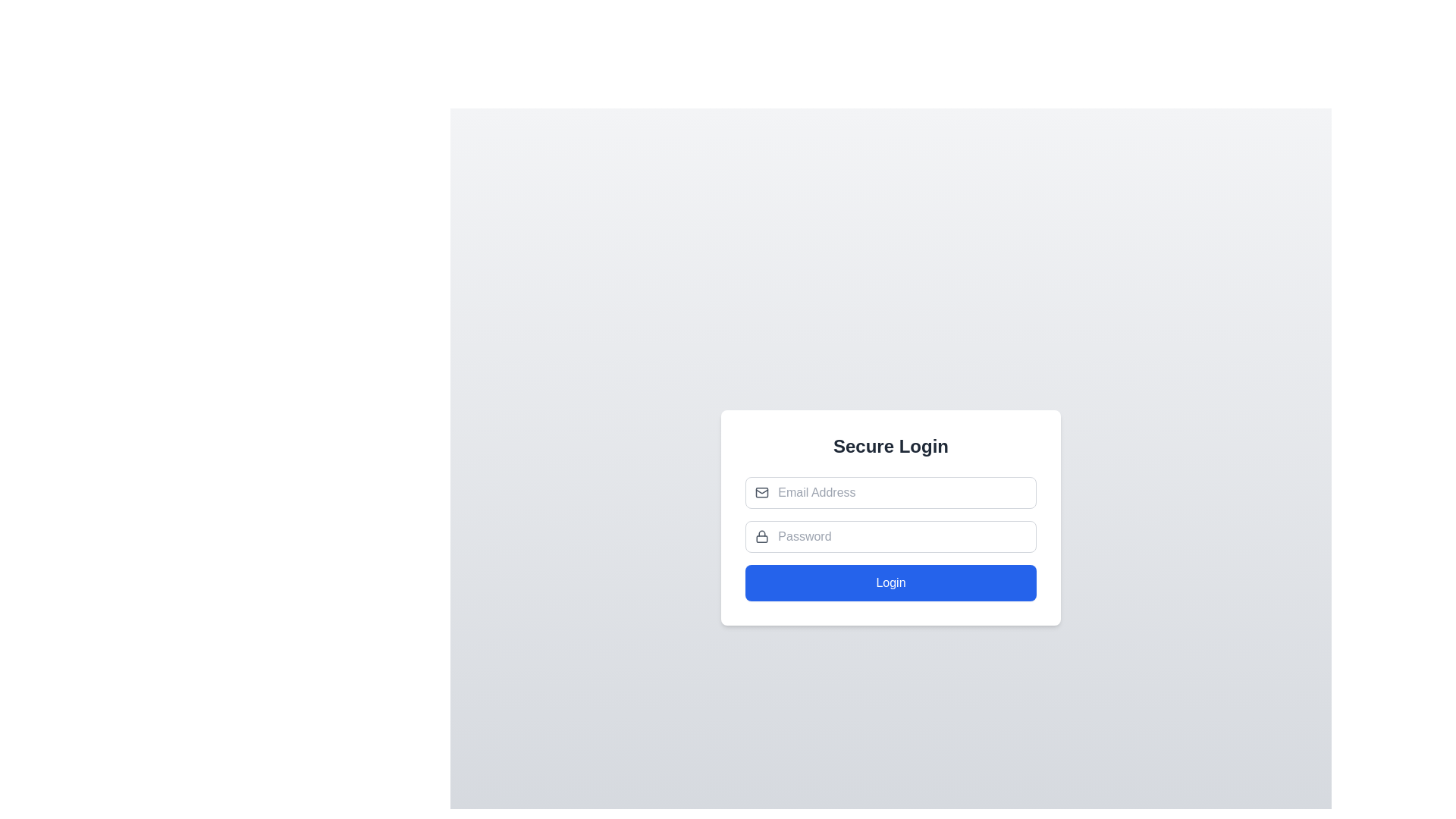 This screenshot has height=819, width=1456. I want to click on the submission button located at the bottom of the login form to change its color, so click(891, 582).